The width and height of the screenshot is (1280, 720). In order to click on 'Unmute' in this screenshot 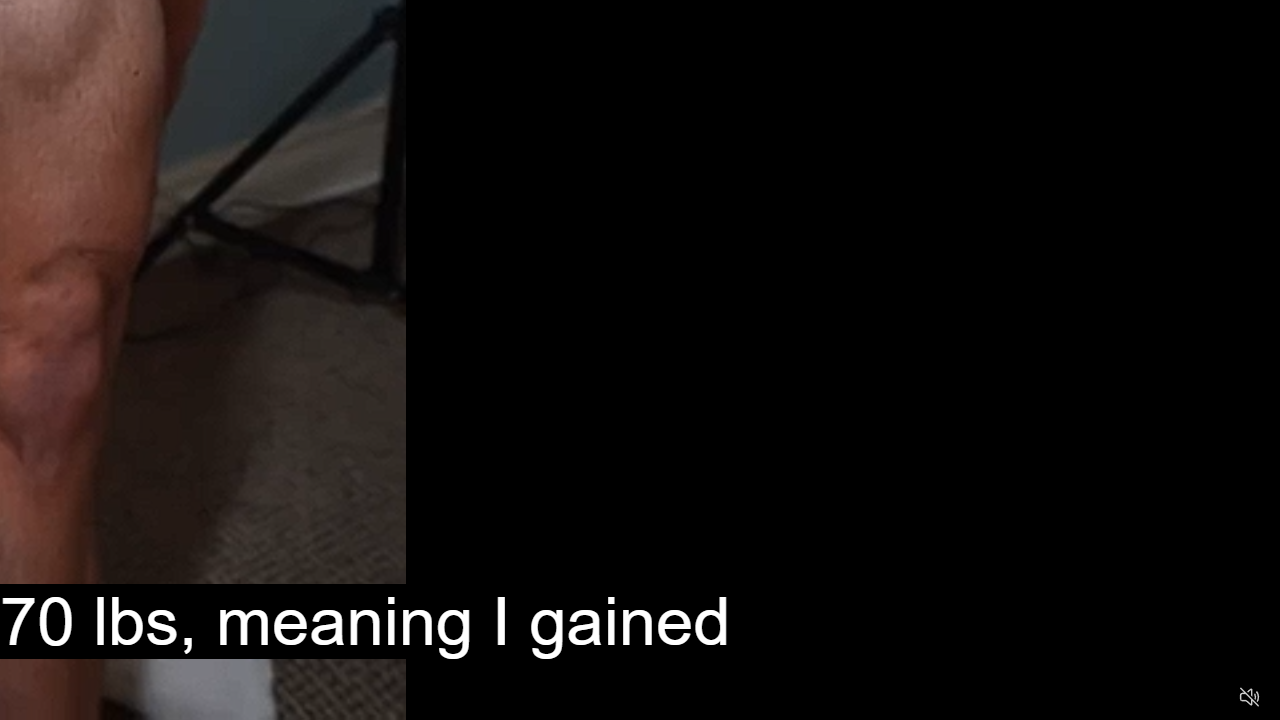, I will do `click(1248, 695)`.